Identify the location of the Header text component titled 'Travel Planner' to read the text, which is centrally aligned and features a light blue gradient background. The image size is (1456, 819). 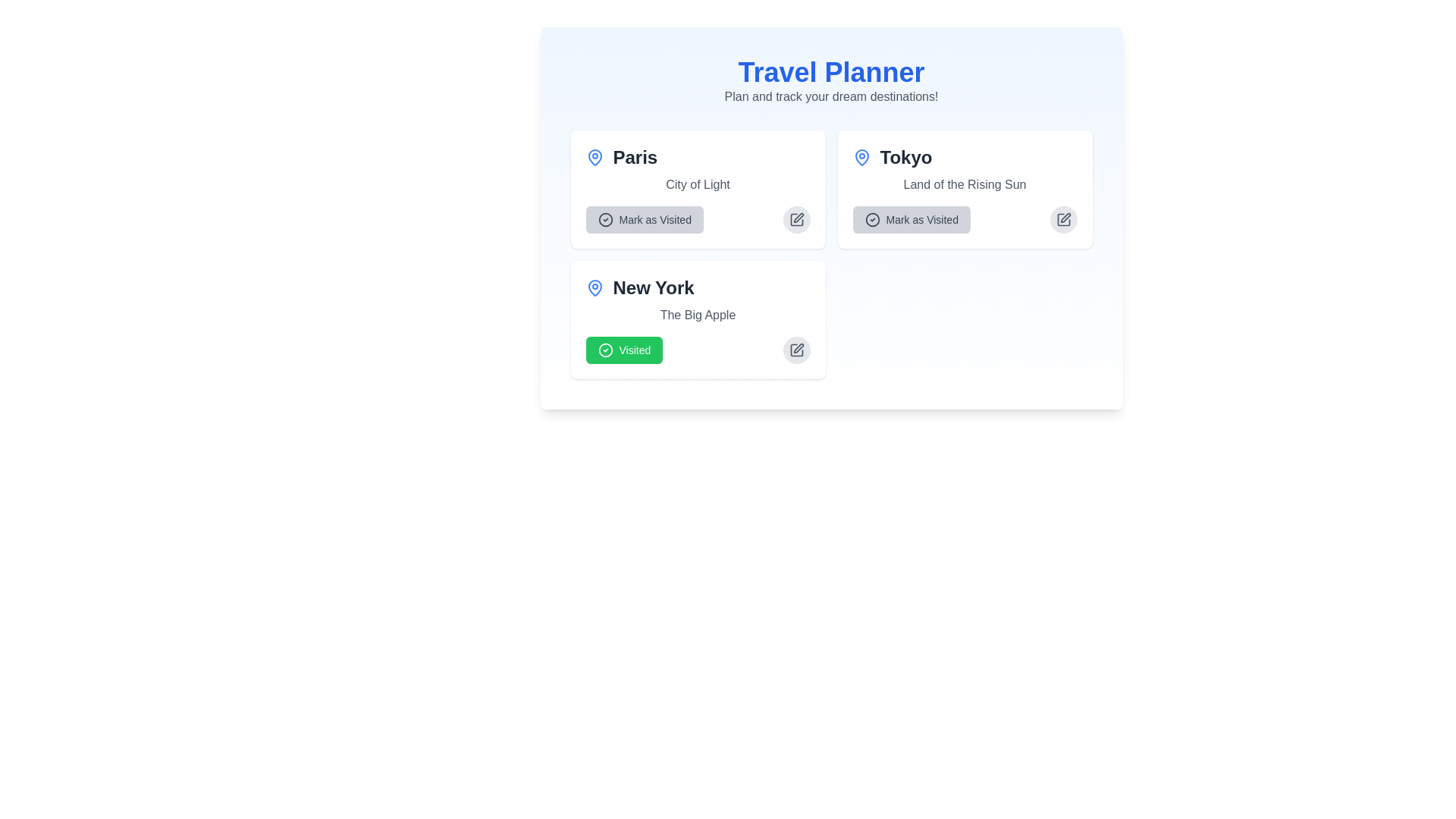
(830, 82).